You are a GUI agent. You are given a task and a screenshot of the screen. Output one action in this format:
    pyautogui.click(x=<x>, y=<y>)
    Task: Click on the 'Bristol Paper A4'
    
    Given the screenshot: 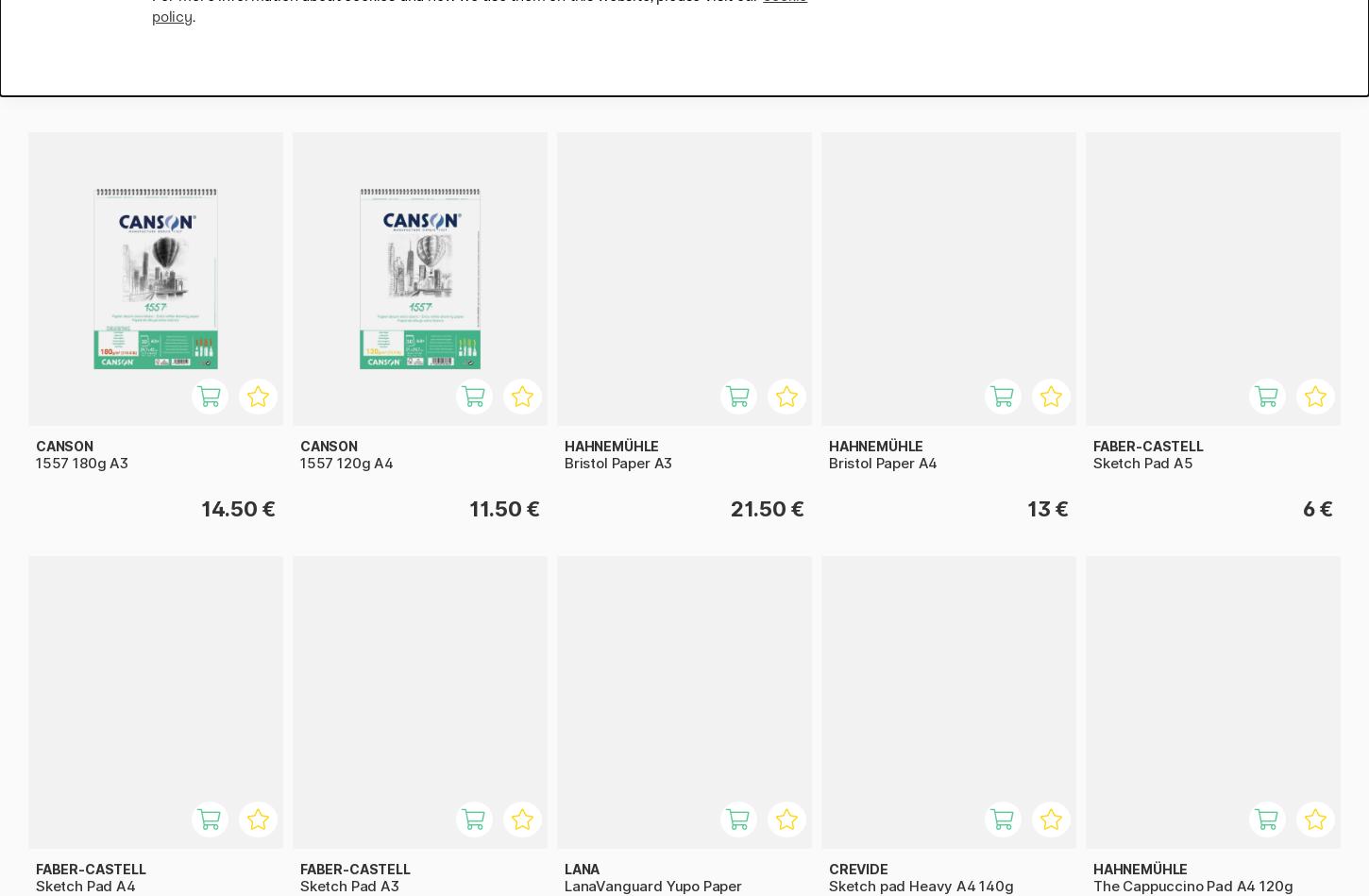 What is the action you would take?
    pyautogui.click(x=882, y=461)
    